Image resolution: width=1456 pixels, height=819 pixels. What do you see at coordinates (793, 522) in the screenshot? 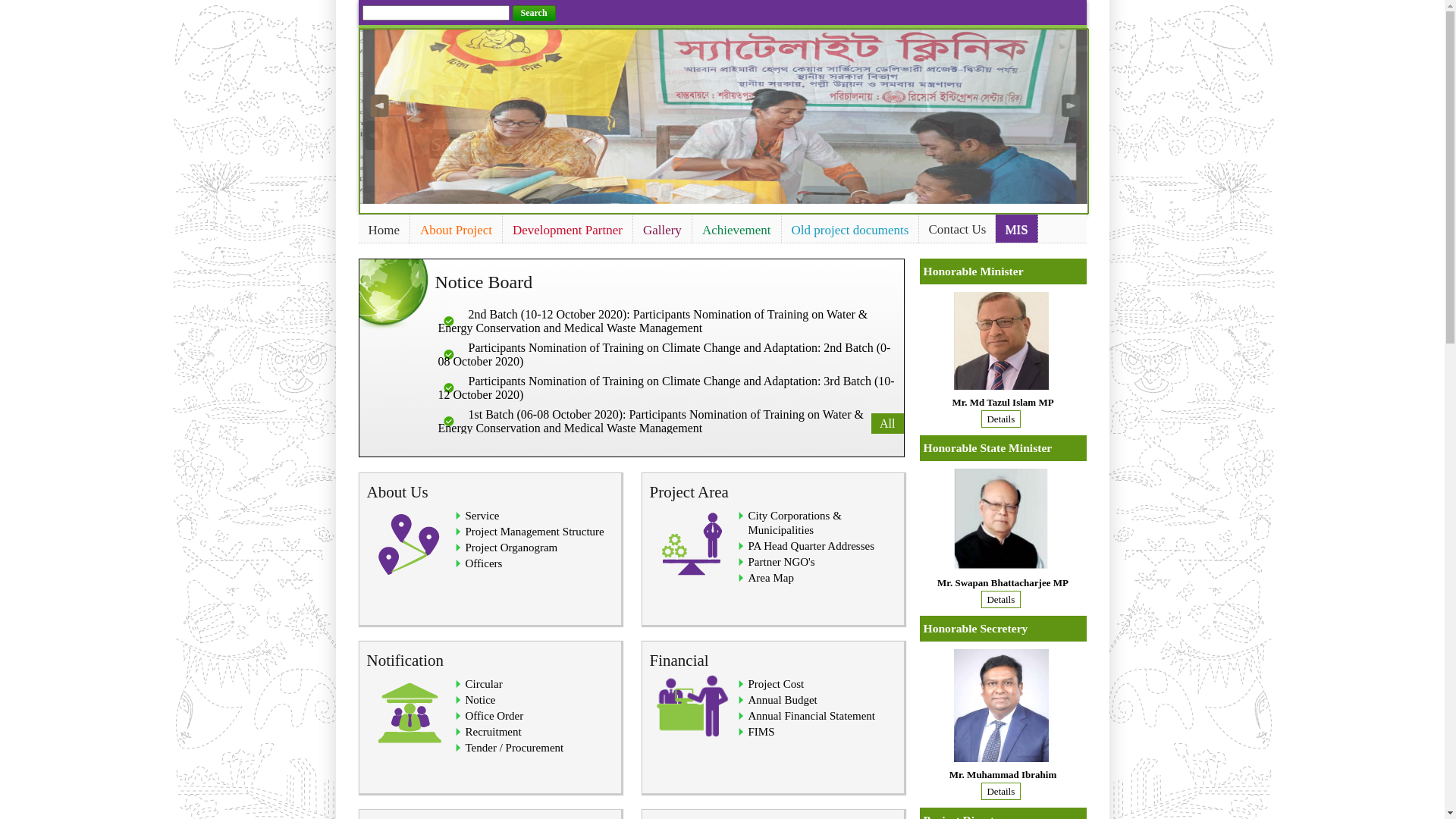
I see `'City Corporations & Municipalities'` at bounding box center [793, 522].